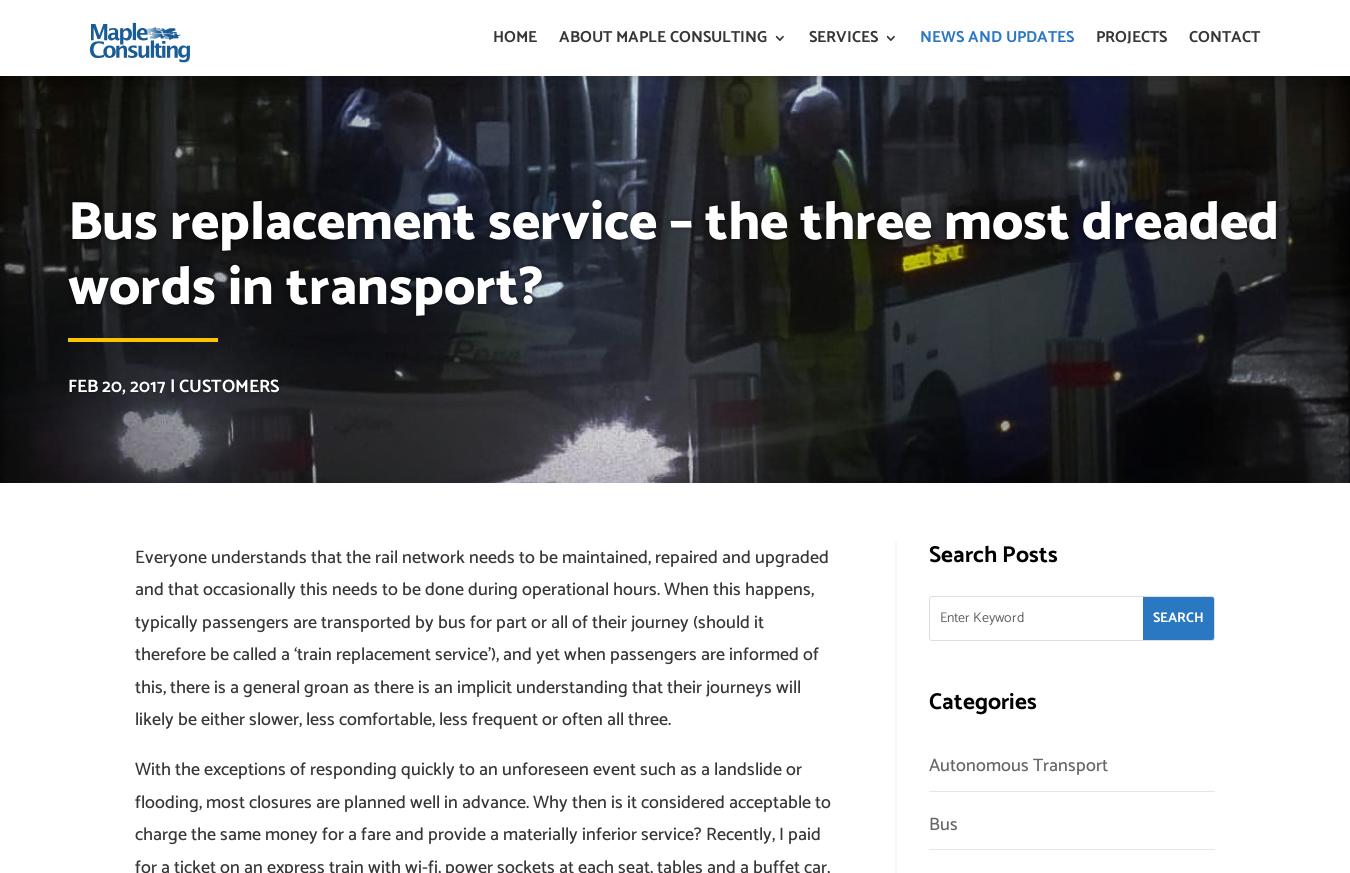 The image size is (1350, 873). What do you see at coordinates (171, 385) in the screenshot?
I see `'|'` at bounding box center [171, 385].